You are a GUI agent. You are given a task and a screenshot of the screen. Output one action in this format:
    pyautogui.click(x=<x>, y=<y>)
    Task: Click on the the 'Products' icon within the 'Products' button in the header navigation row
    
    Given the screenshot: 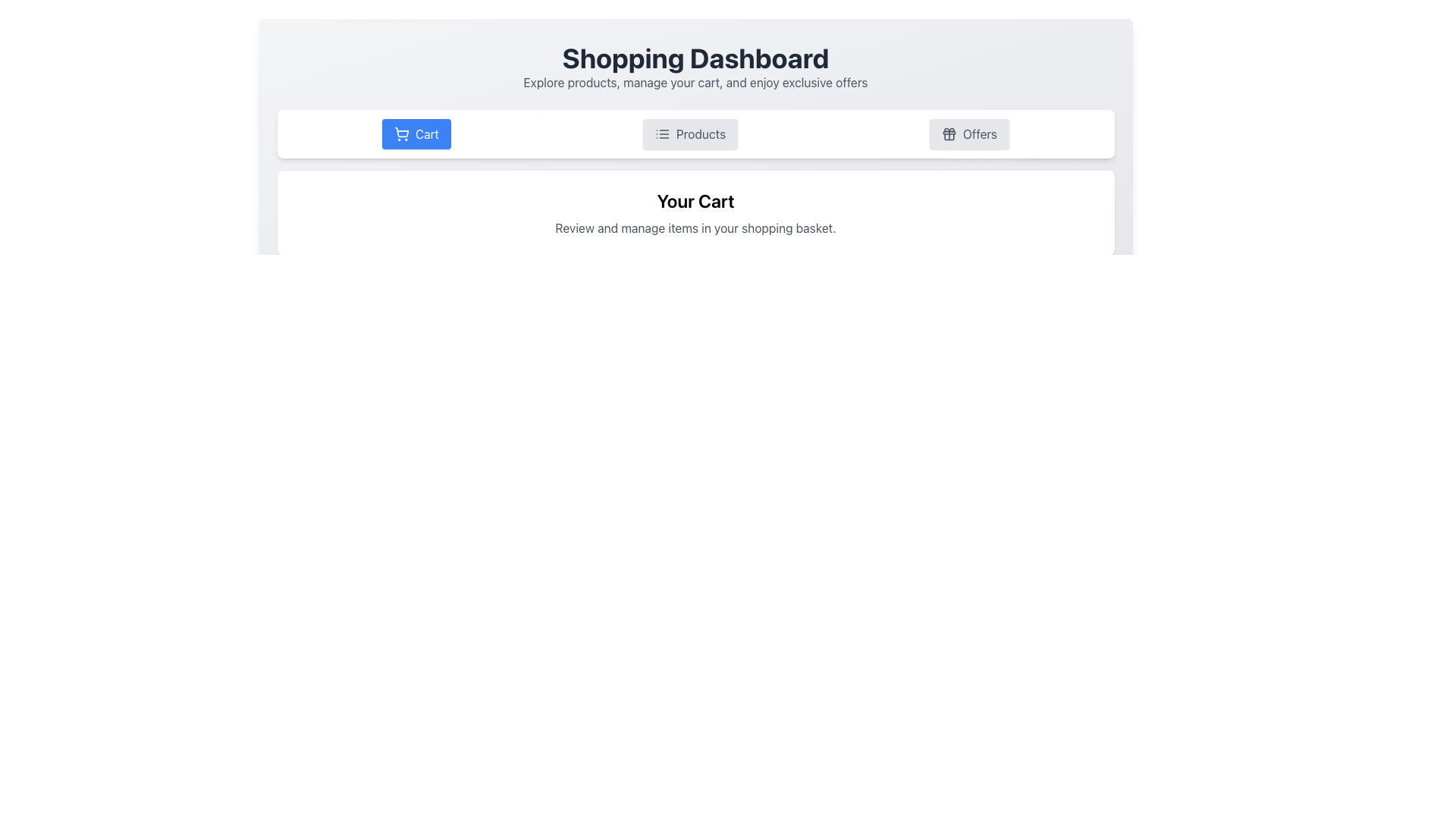 What is the action you would take?
    pyautogui.click(x=662, y=133)
    